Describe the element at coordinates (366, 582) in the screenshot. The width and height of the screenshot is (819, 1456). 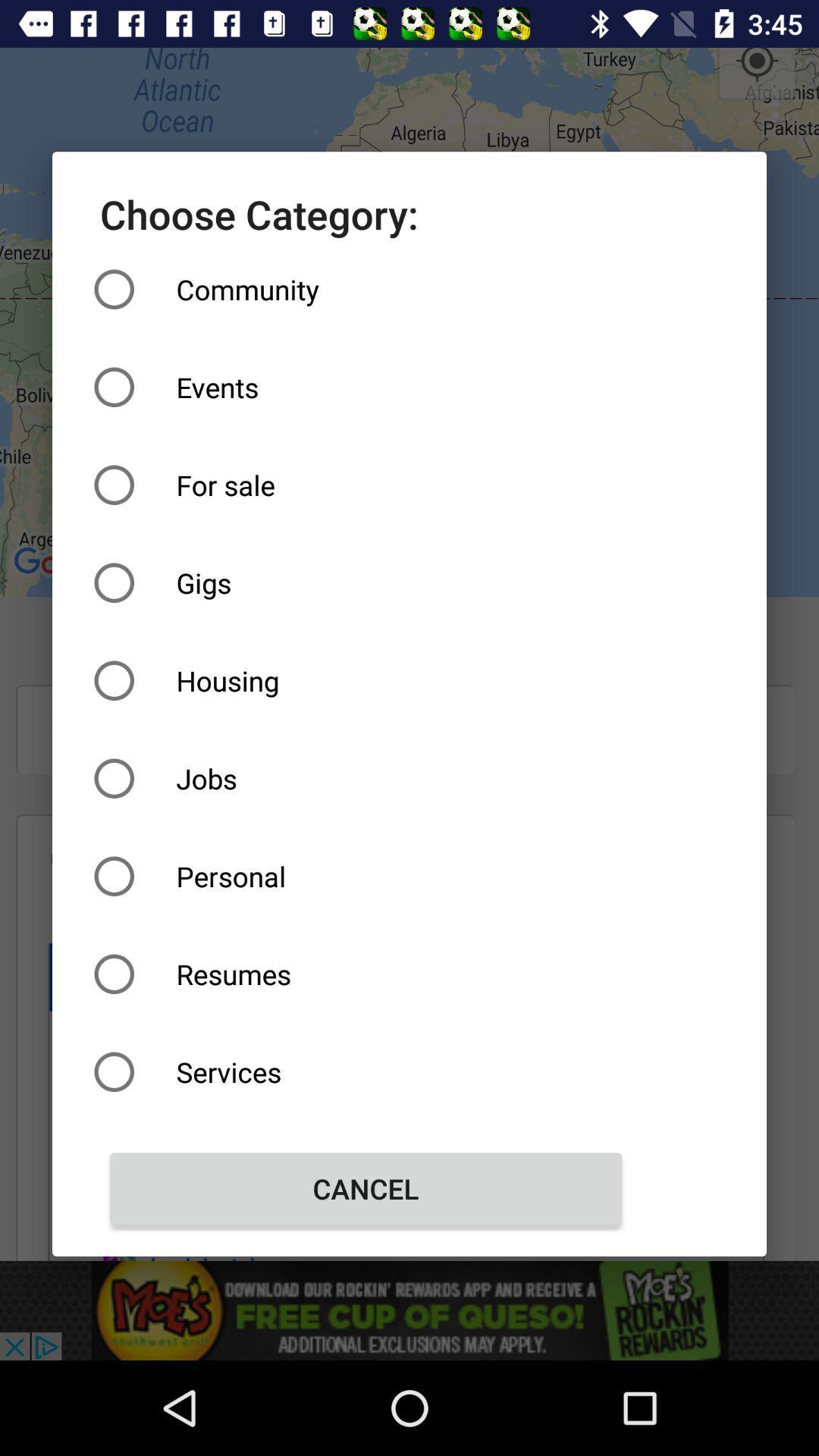
I see `the gigs icon` at that location.